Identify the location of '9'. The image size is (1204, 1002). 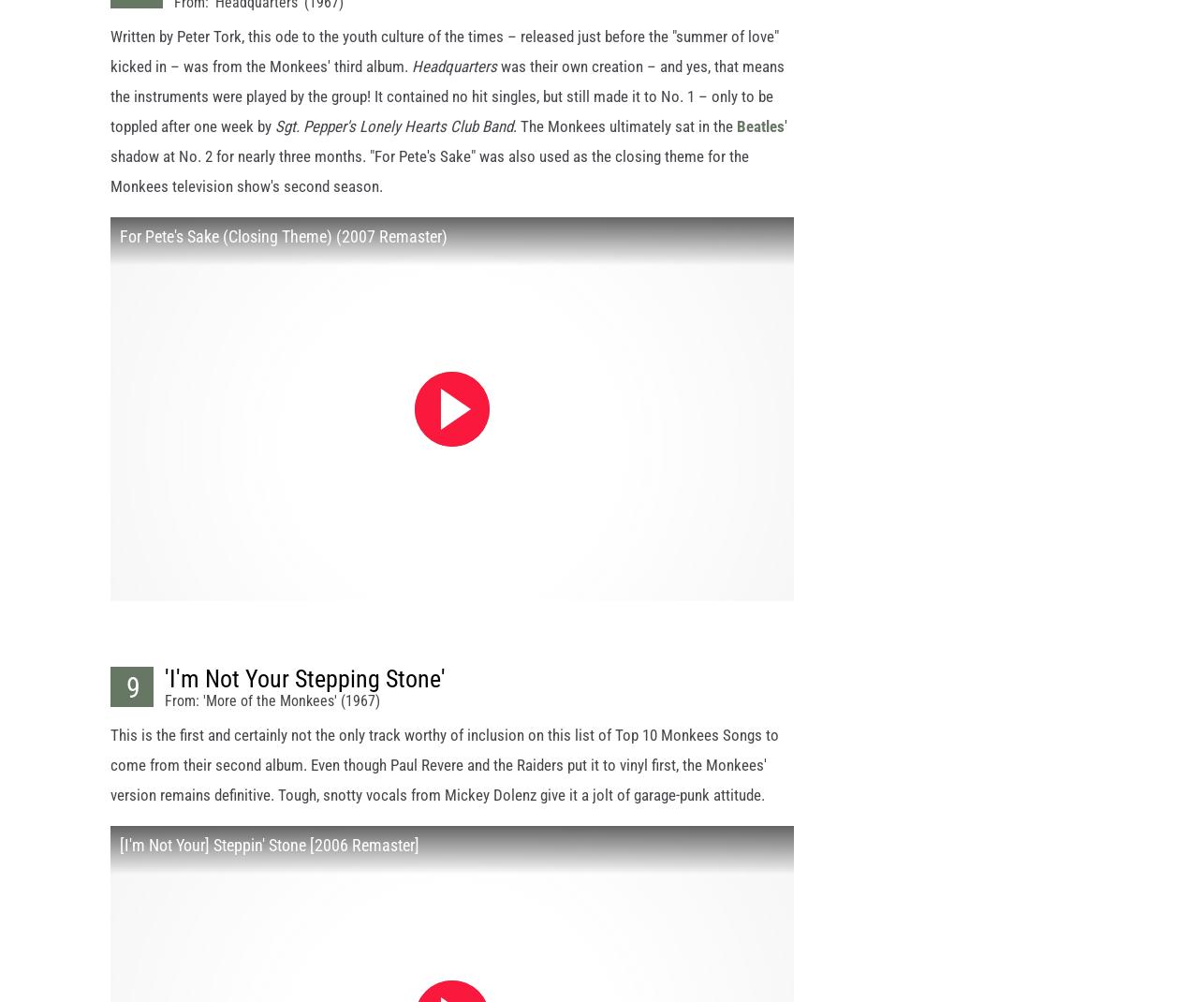
(132, 703).